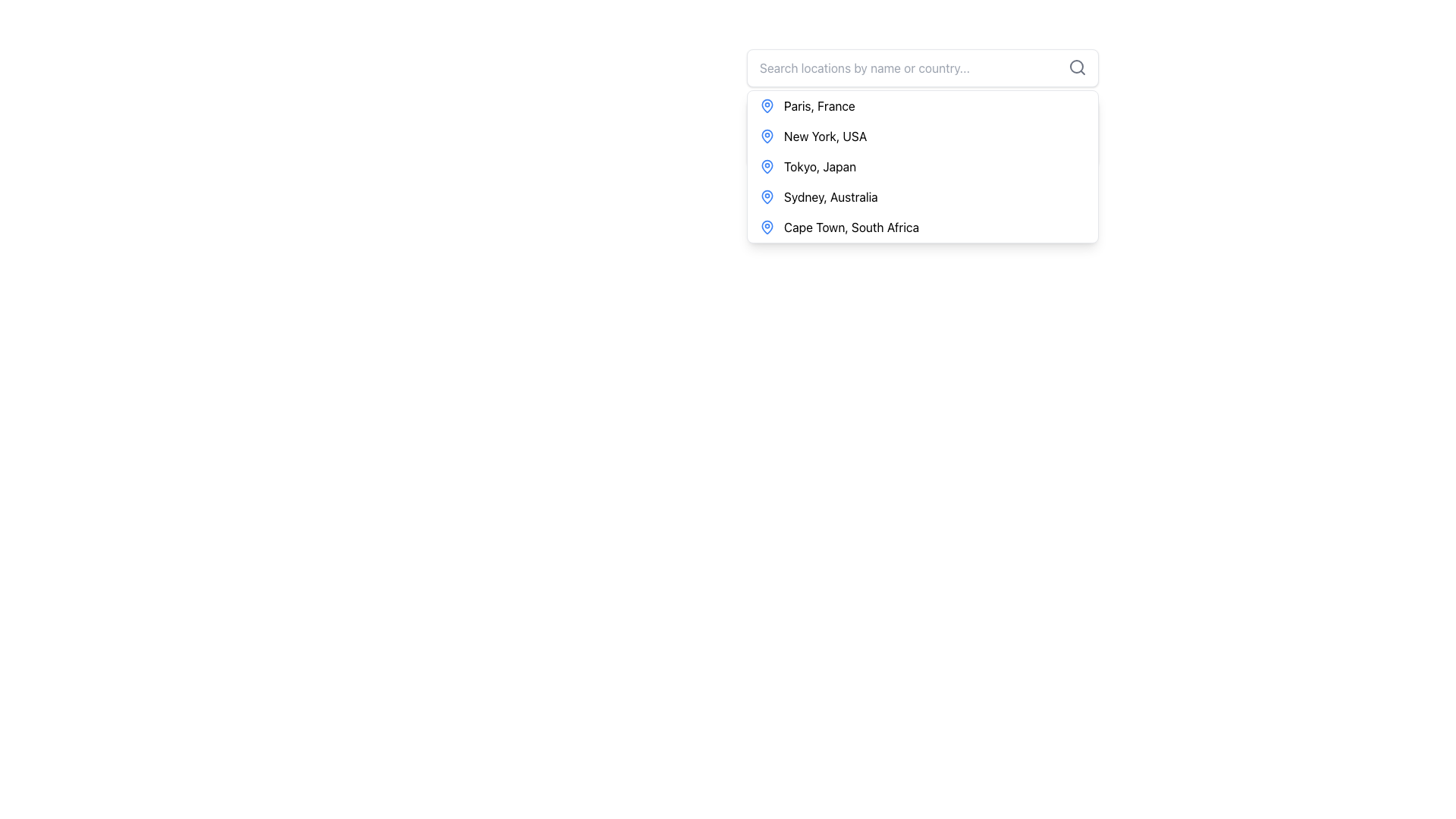 The width and height of the screenshot is (1456, 819). Describe the element at coordinates (922, 227) in the screenshot. I see `the fifth item in the dropdown menu` at that location.